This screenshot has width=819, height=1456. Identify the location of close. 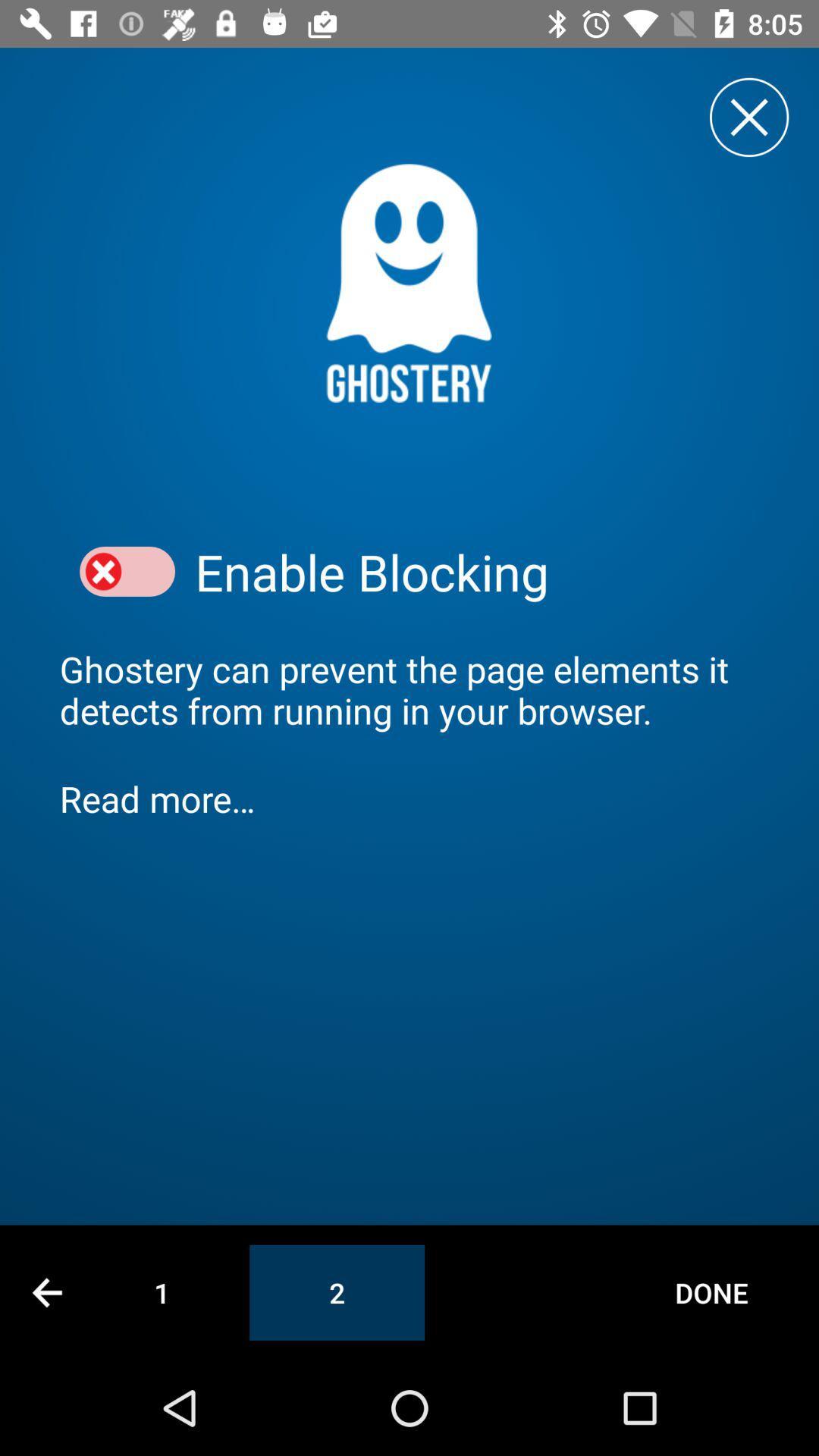
(748, 116).